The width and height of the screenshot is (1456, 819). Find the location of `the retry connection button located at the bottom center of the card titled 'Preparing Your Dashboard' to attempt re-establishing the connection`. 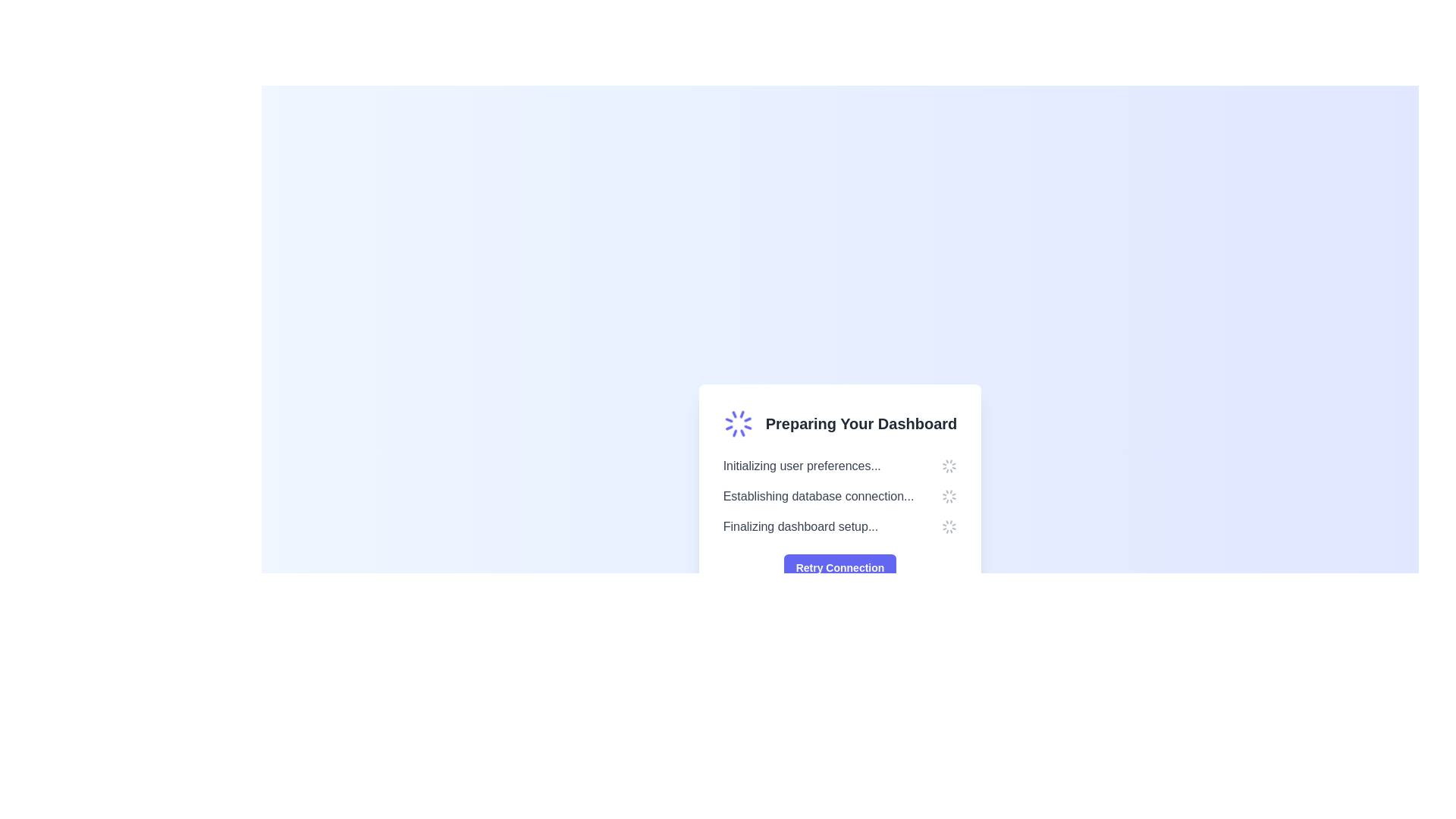

the retry connection button located at the bottom center of the card titled 'Preparing Your Dashboard' to attempt re-establishing the connection is located at coordinates (839, 567).